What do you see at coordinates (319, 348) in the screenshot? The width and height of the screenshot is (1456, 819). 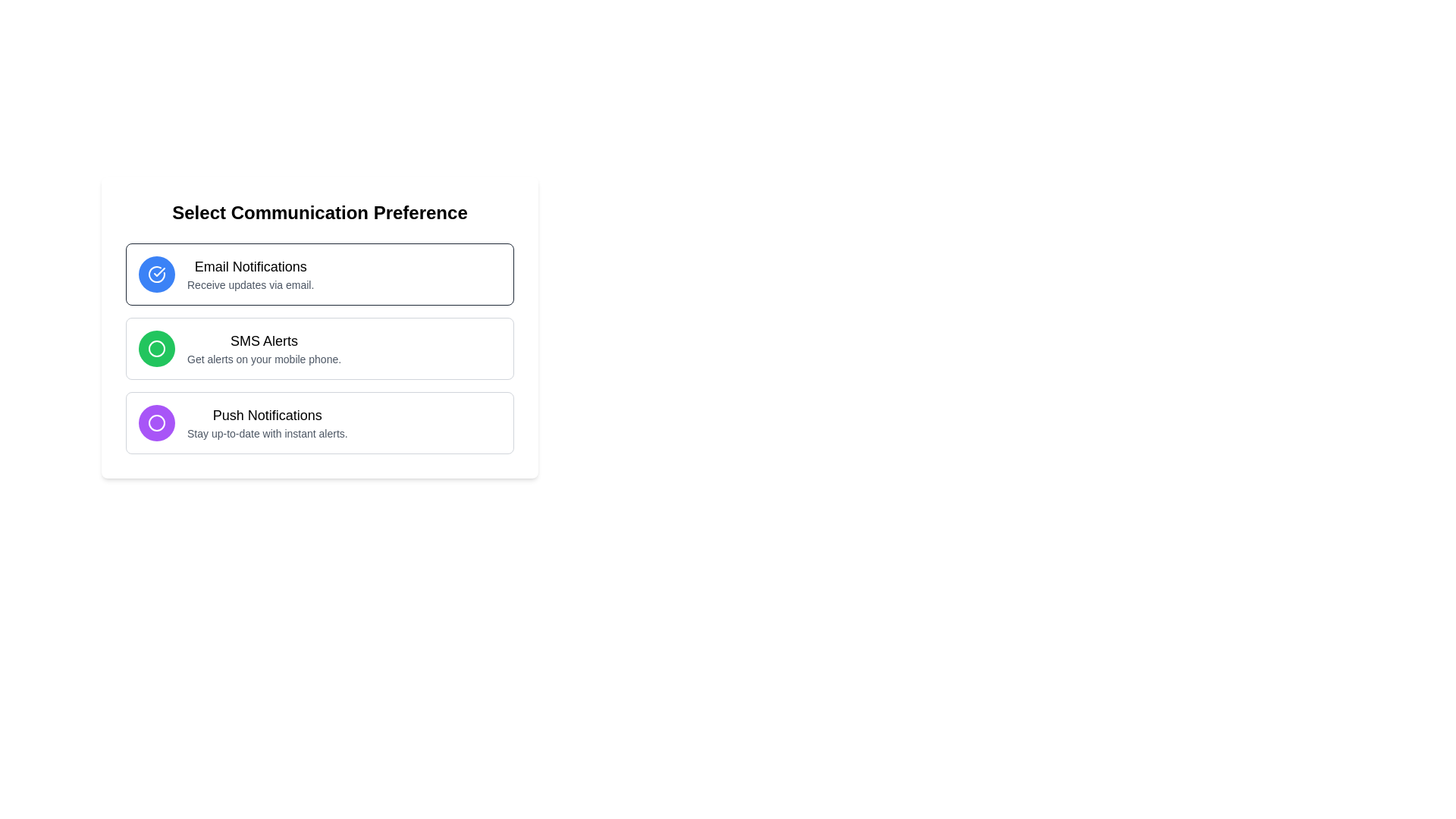 I see `the second selectable option in the communication preferences list, which is labeled 'SMS Alerts'` at bounding box center [319, 348].